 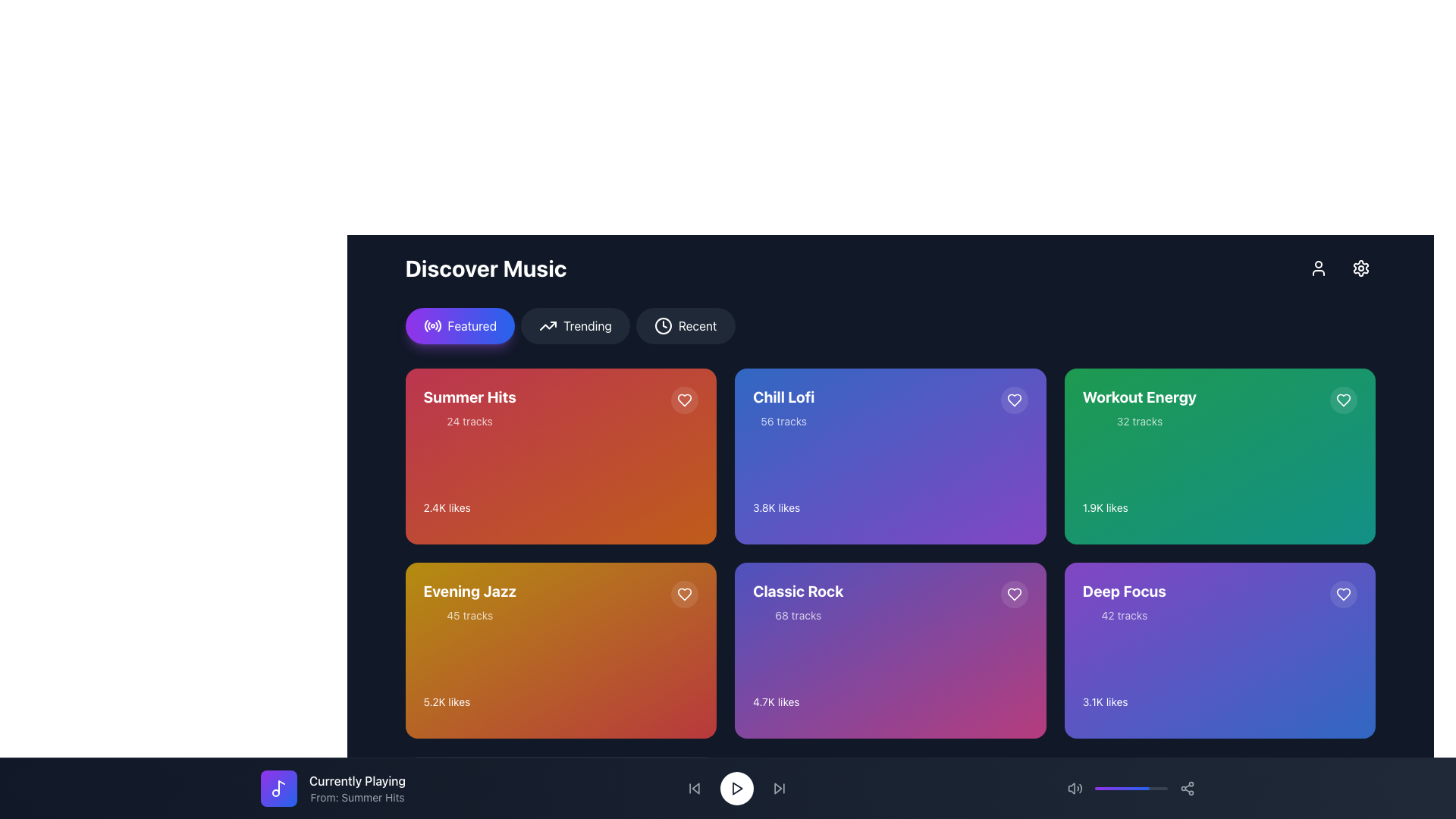 What do you see at coordinates (684, 593) in the screenshot?
I see `the interactive icon button in the top-right corner of the 'Summer Hits' card` at bounding box center [684, 593].